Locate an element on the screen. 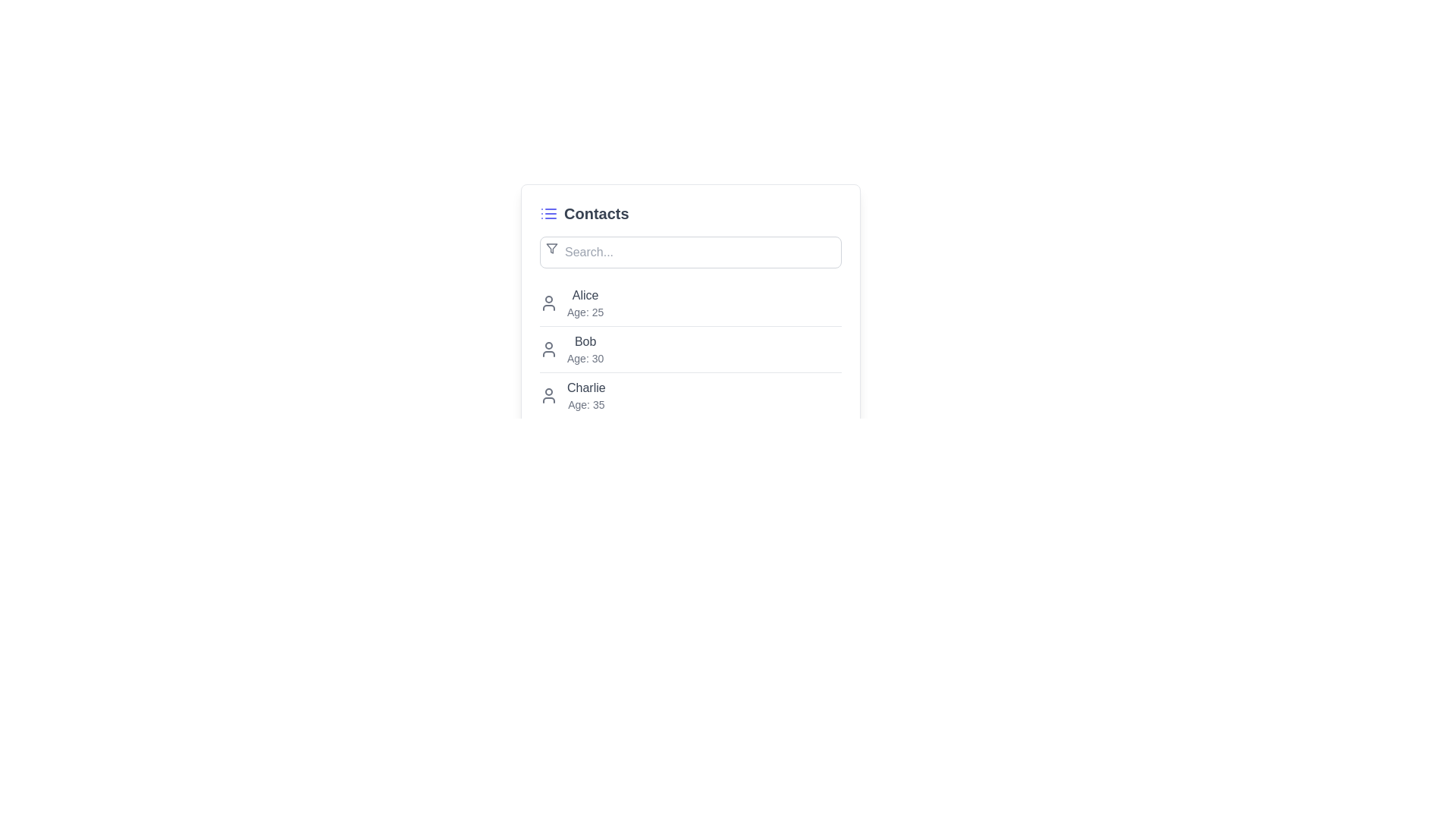 The image size is (1456, 819). the second user profile entry in the 'Contacts' list, which displays a user's name and age, positioned between 'Alice, Age 25' and 'Charlie, Age 35' is located at coordinates (690, 348).